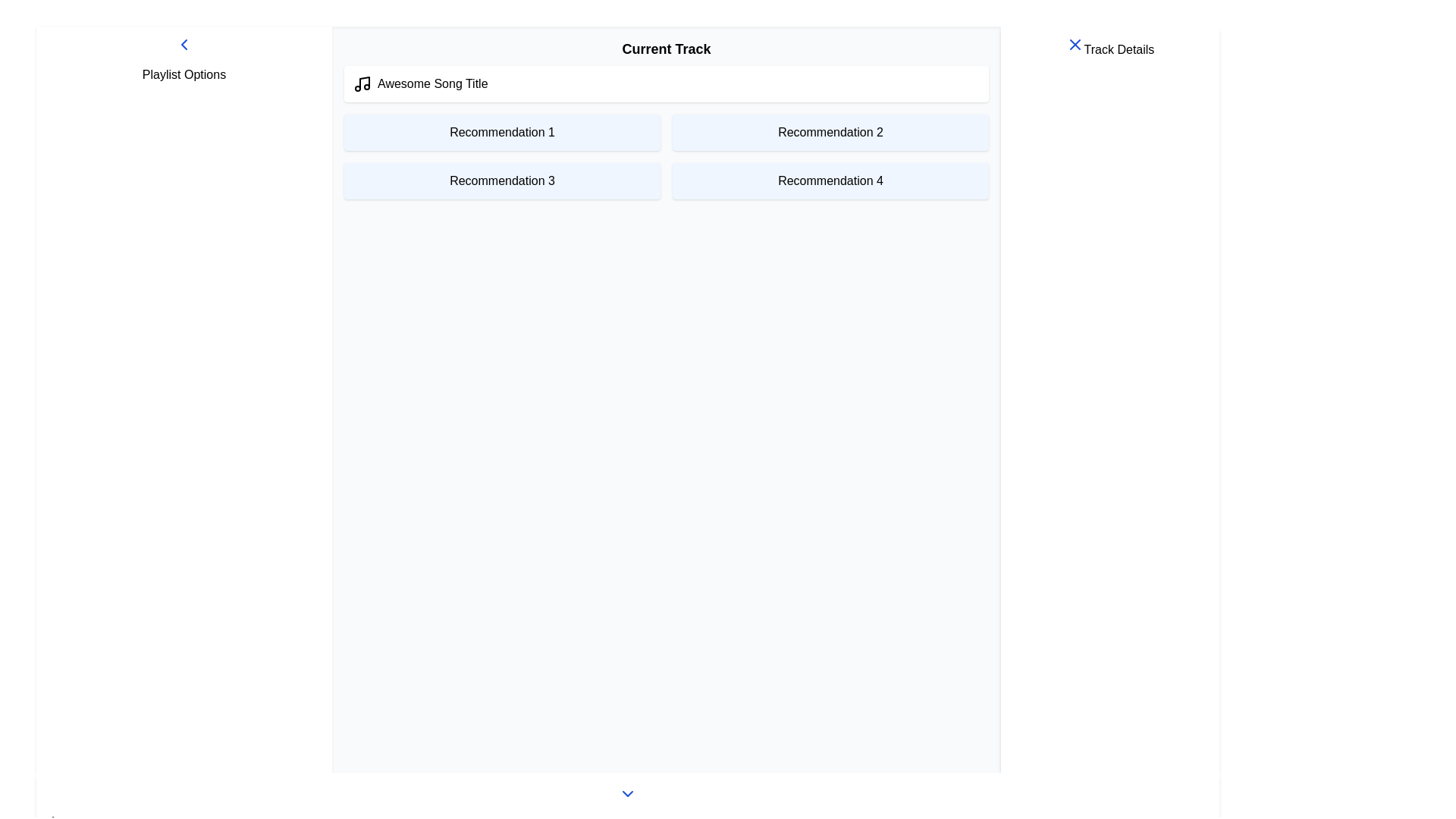  Describe the element at coordinates (502, 131) in the screenshot. I see `the informational panel labeled 'Recommendation 1', which has a light blue background and contains black text, located at the top-left quadrant of the grid layout` at that location.